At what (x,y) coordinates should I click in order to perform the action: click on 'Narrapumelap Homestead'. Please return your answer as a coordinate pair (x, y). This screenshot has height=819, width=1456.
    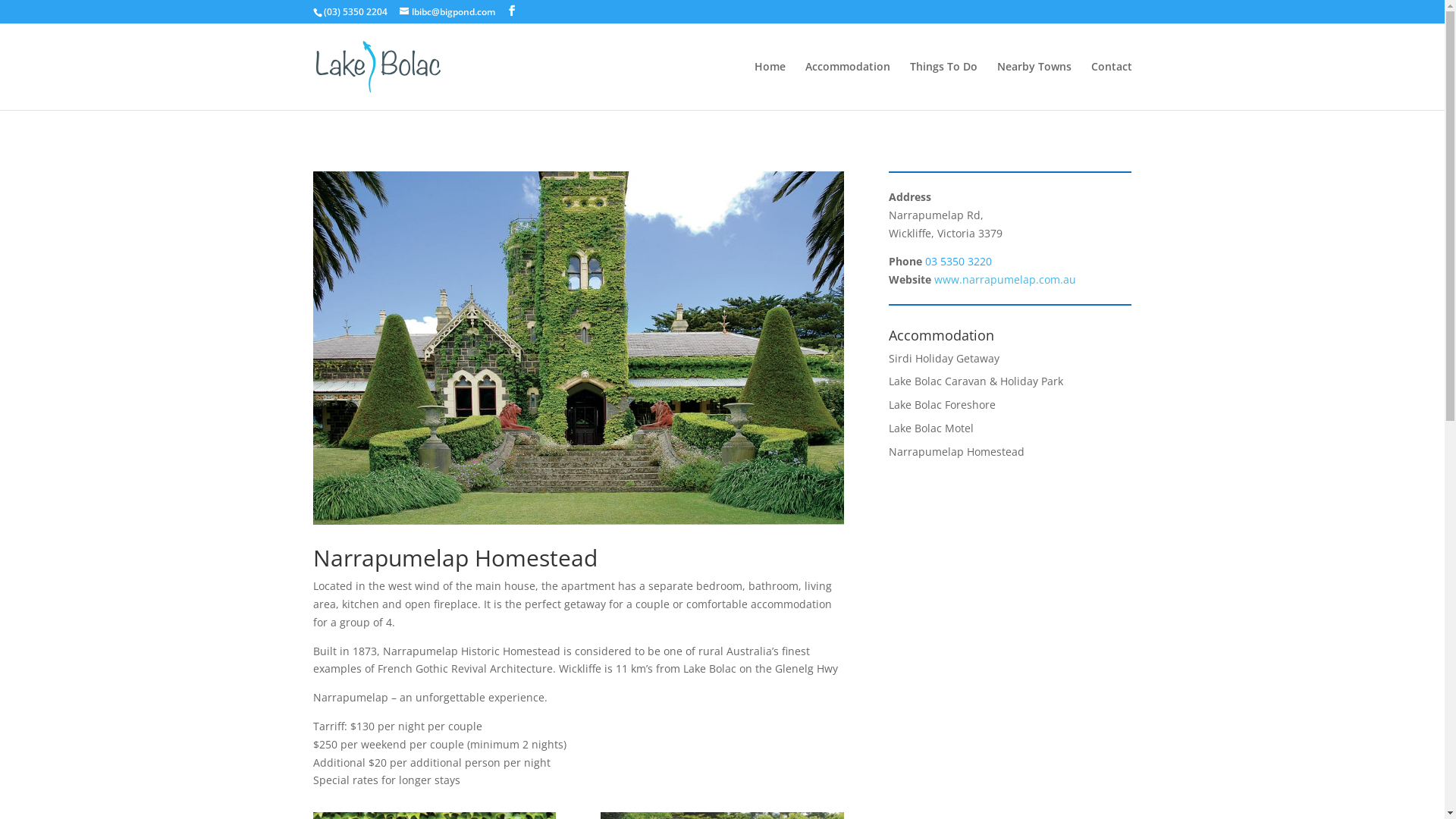
    Looking at the image, I should click on (955, 450).